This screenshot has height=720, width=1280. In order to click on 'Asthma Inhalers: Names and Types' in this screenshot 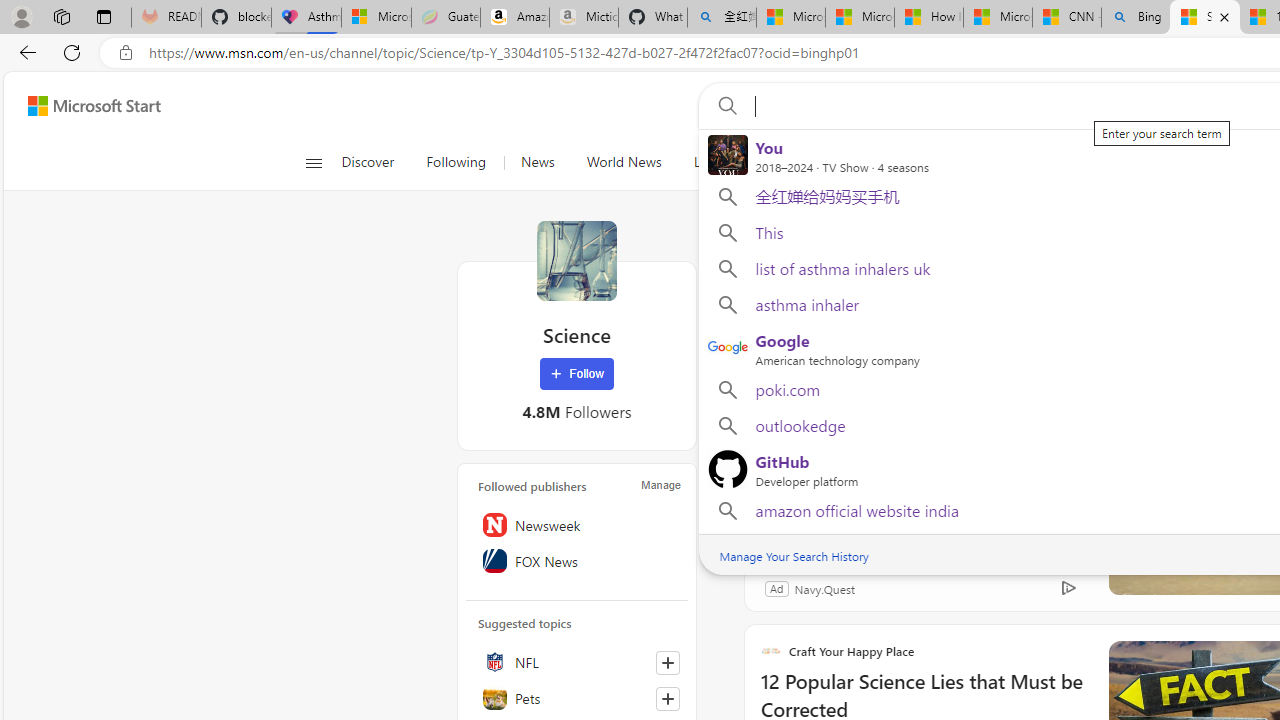, I will do `click(304, 17)`.